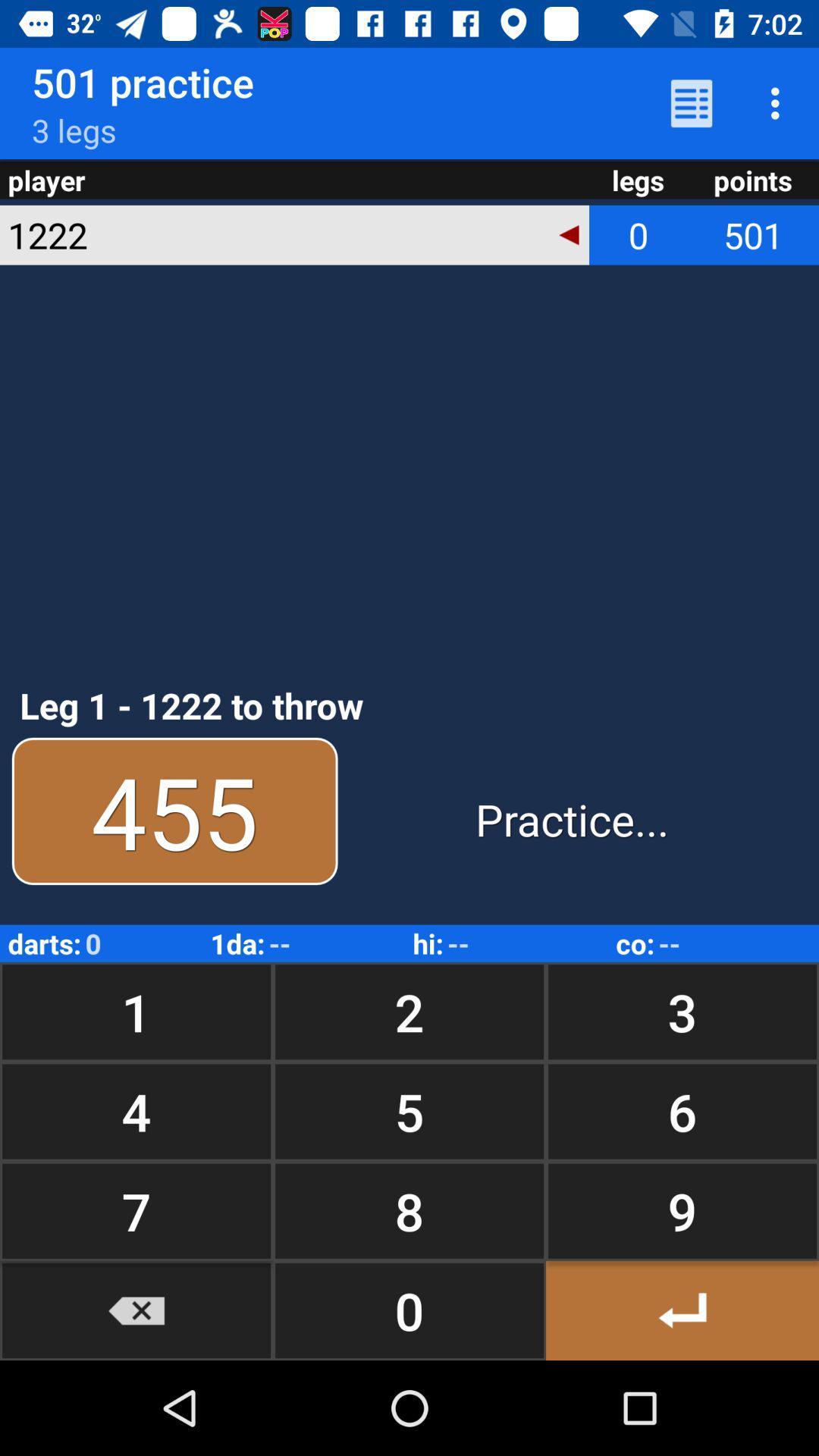 This screenshot has width=819, height=1456. I want to click on the icon to the right of the 1 item, so click(409, 1111).